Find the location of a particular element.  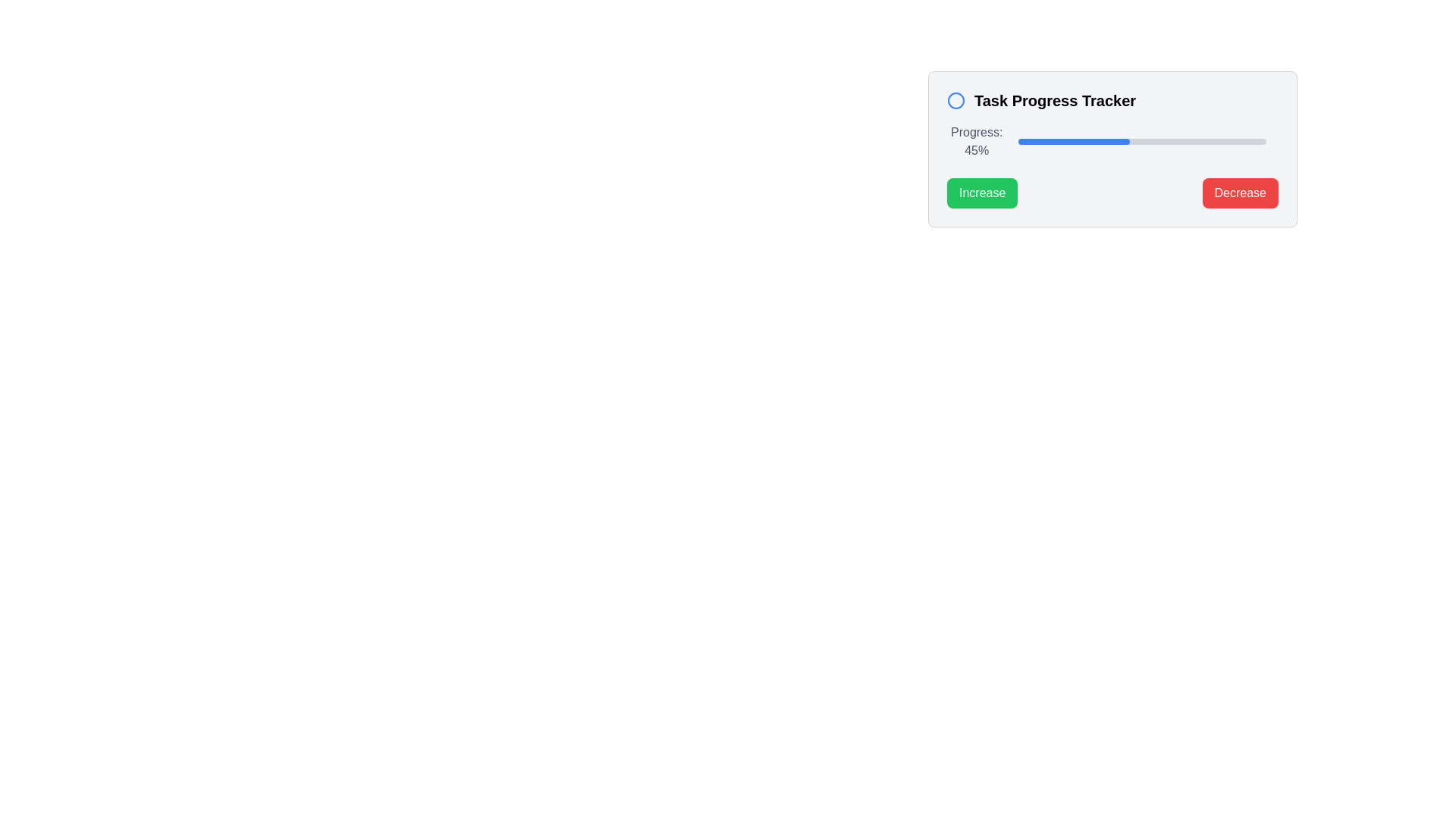

the circular SVG graphic element located beside the header text 'Task Progress Tracker' is located at coordinates (955, 100).